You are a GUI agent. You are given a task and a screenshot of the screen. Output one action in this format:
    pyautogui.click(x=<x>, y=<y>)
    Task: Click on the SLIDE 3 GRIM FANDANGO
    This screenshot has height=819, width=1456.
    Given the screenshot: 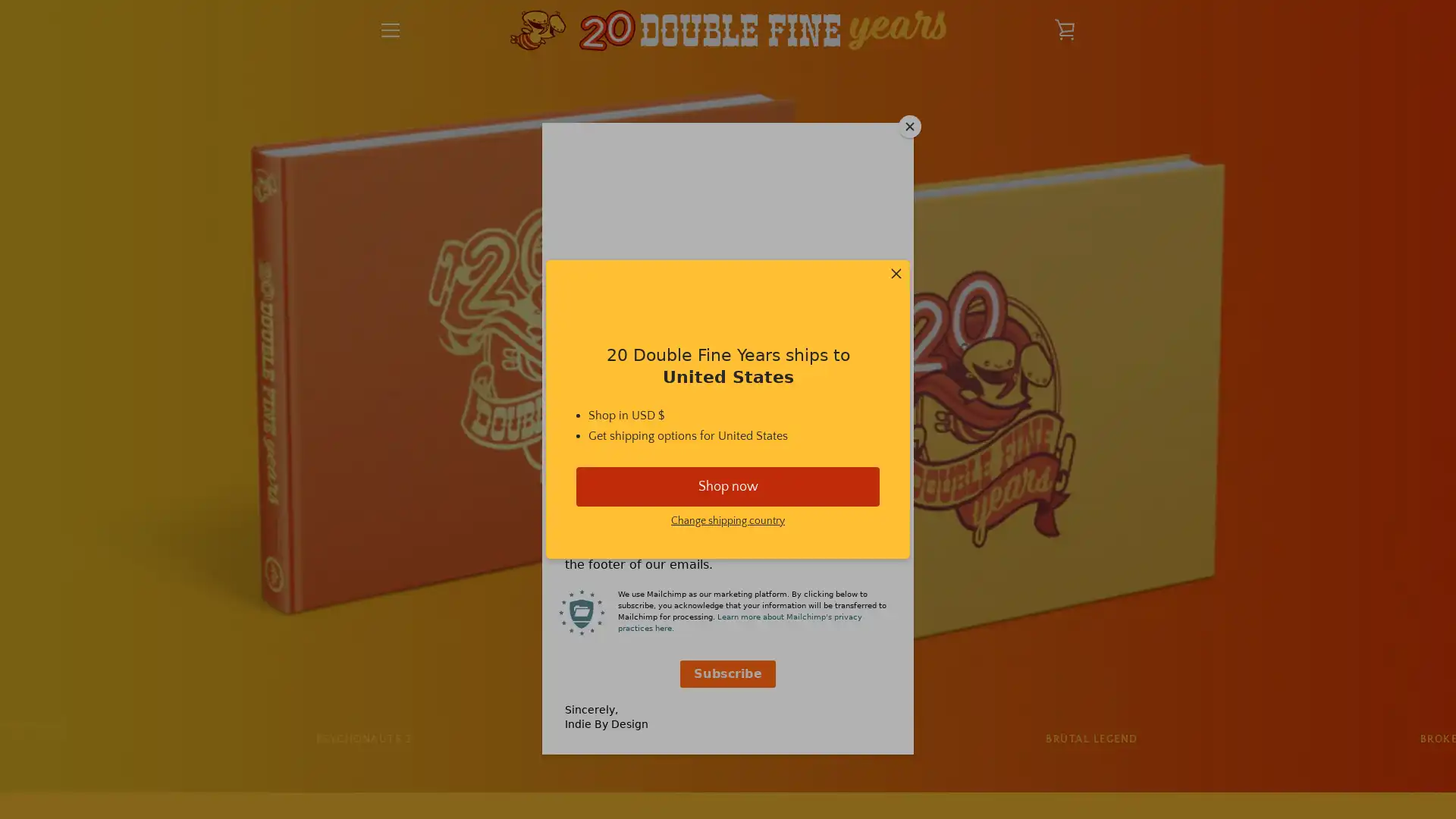 What is the action you would take?
    pyautogui.click(x=726, y=739)
    